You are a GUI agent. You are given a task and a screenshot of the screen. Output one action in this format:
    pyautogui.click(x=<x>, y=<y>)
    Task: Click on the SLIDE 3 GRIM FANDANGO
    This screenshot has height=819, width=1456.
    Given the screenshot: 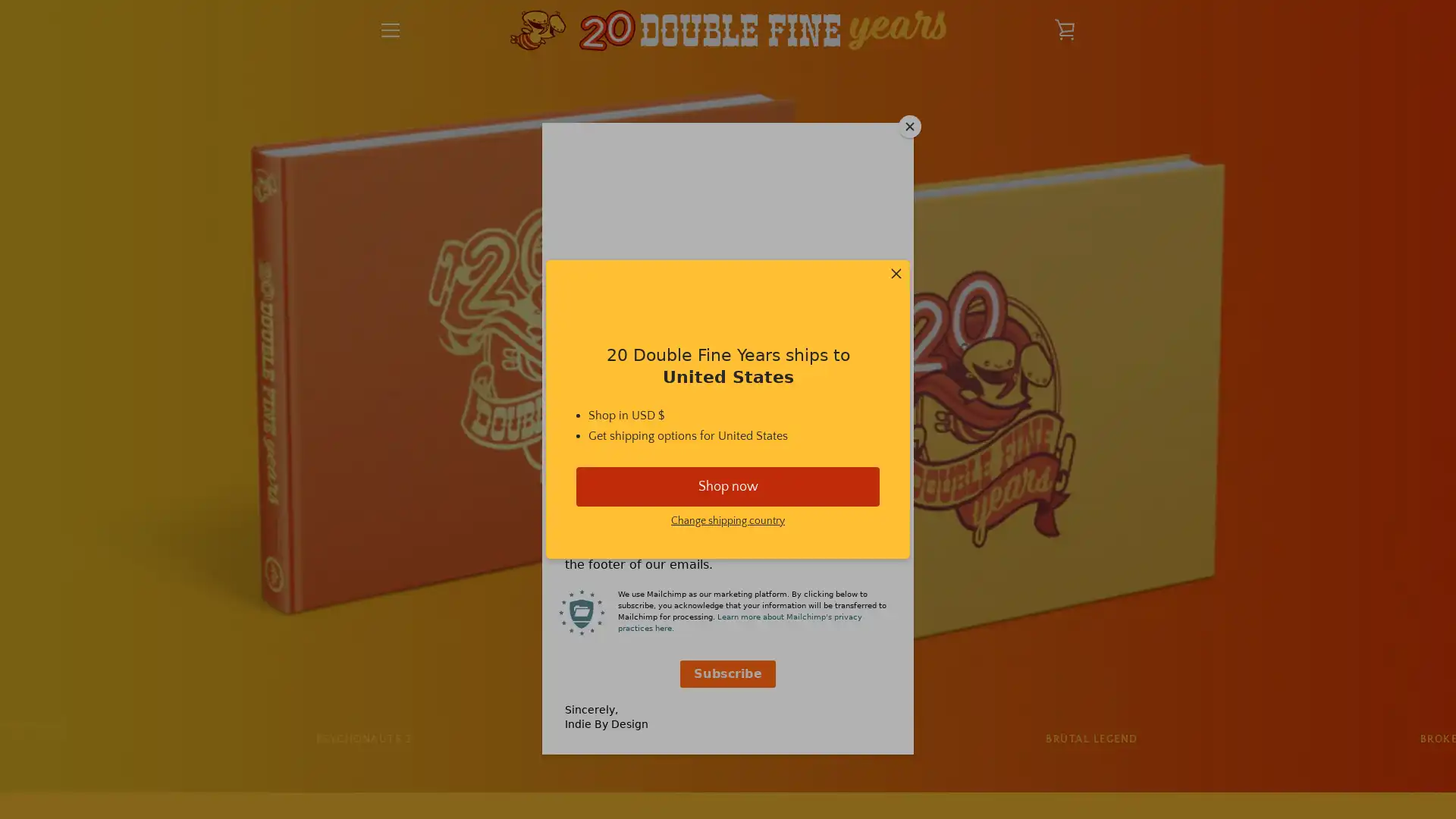 What is the action you would take?
    pyautogui.click(x=726, y=739)
    